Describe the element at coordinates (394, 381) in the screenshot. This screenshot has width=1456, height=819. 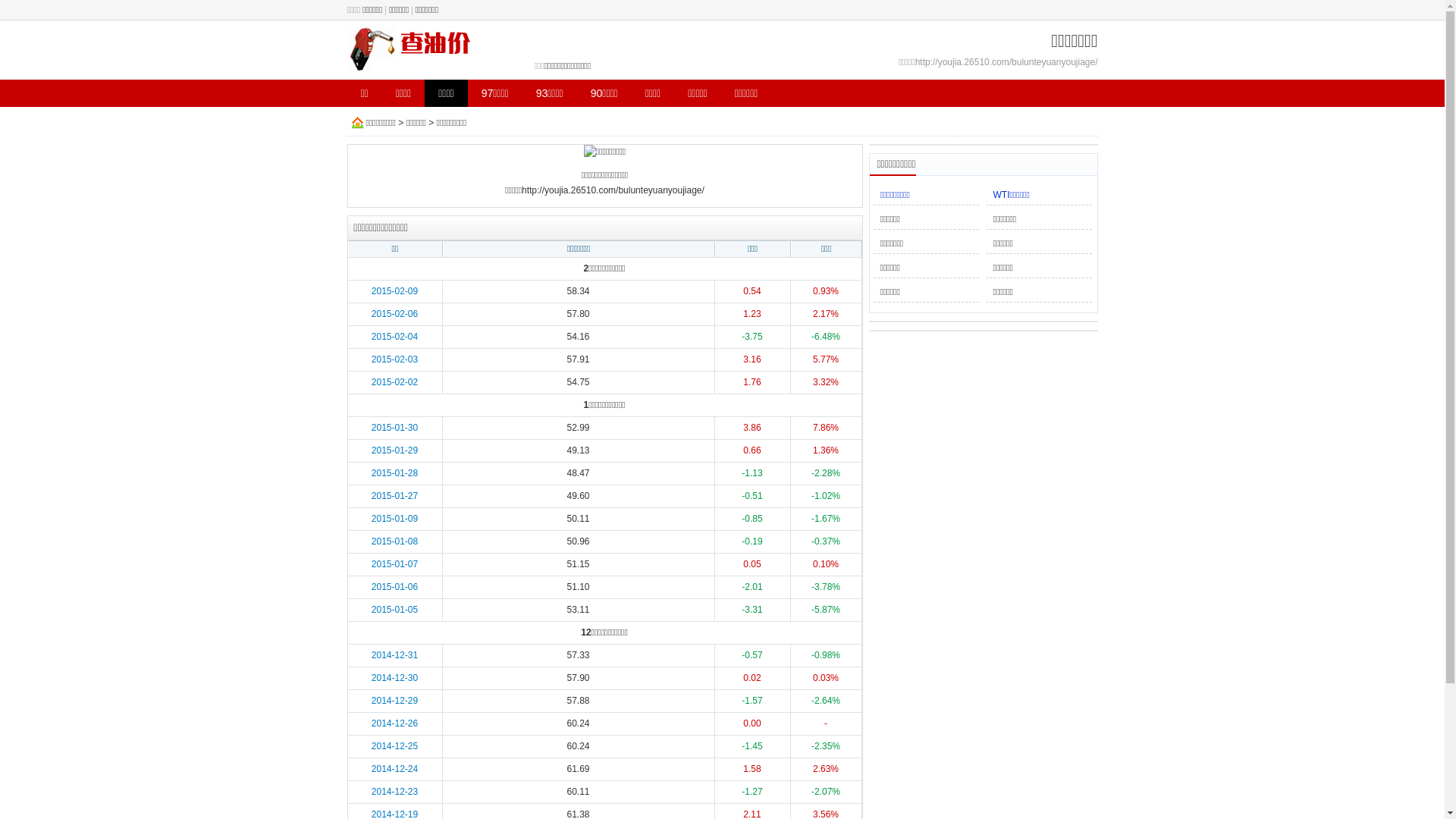
I see `'2015-02-02'` at that location.